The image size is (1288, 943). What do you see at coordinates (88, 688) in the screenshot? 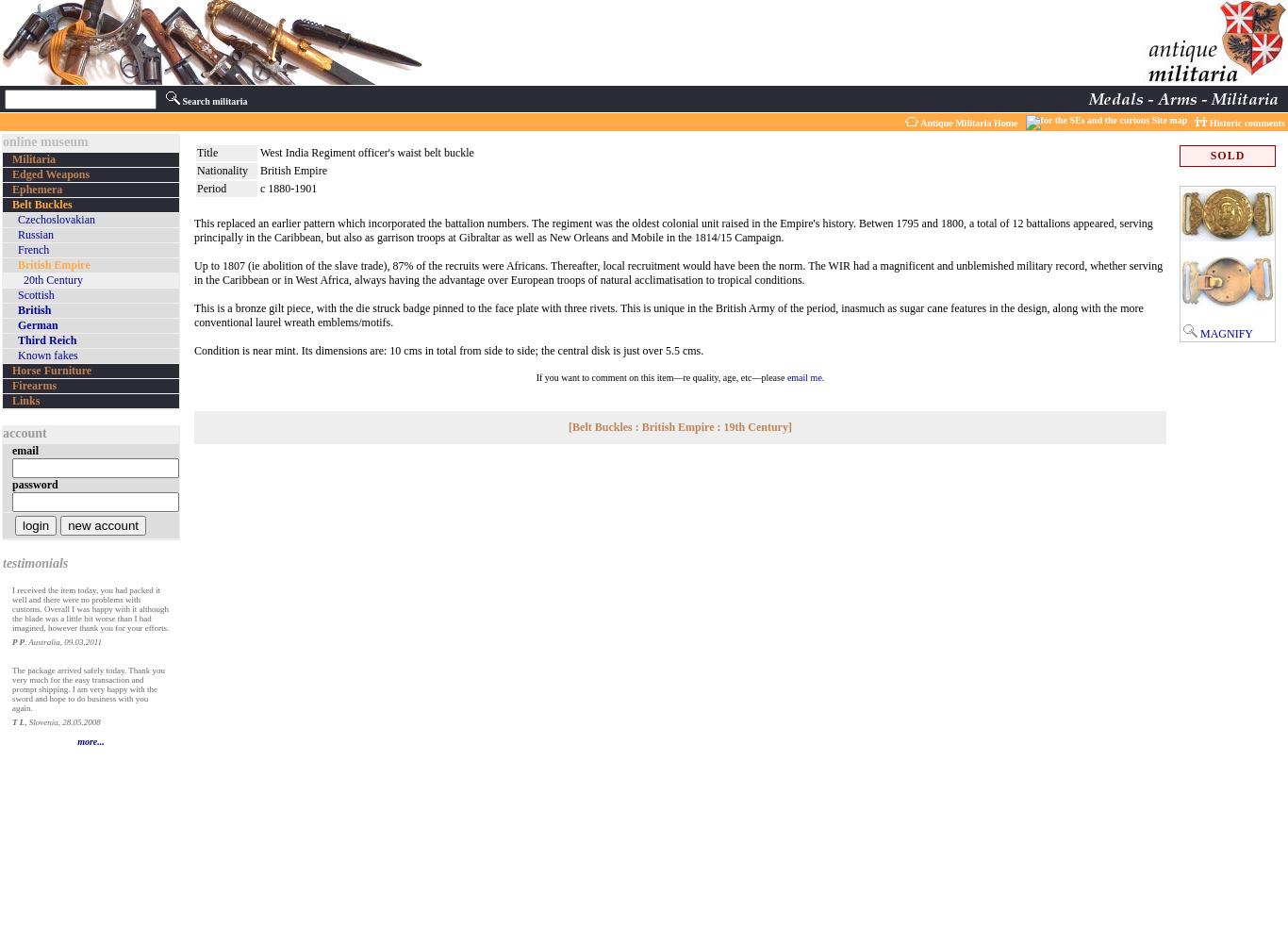
I see `'The package arrived safely today. Thank you very much for the easy transaction and prompt shipping. I am very happy with the sword and hope to do business with you again.'` at bounding box center [88, 688].